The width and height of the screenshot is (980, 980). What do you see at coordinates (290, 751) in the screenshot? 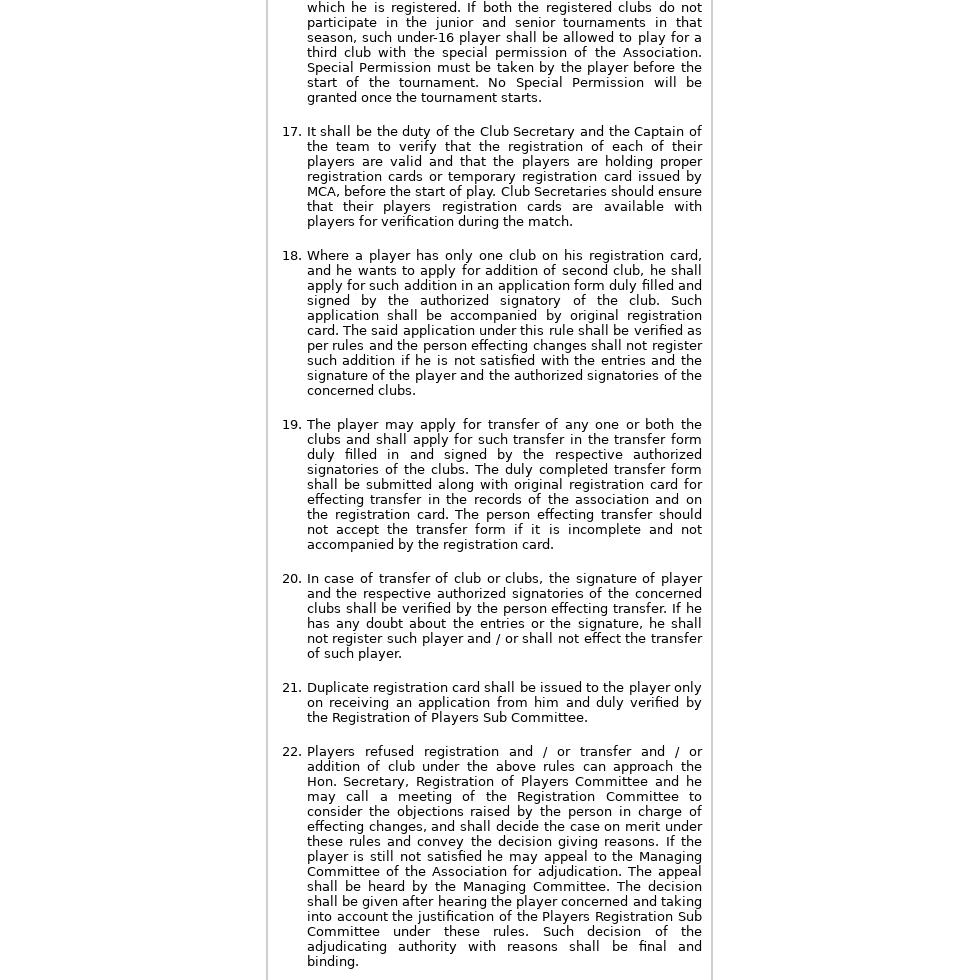
I see `'22.'` at bounding box center [290, 751].